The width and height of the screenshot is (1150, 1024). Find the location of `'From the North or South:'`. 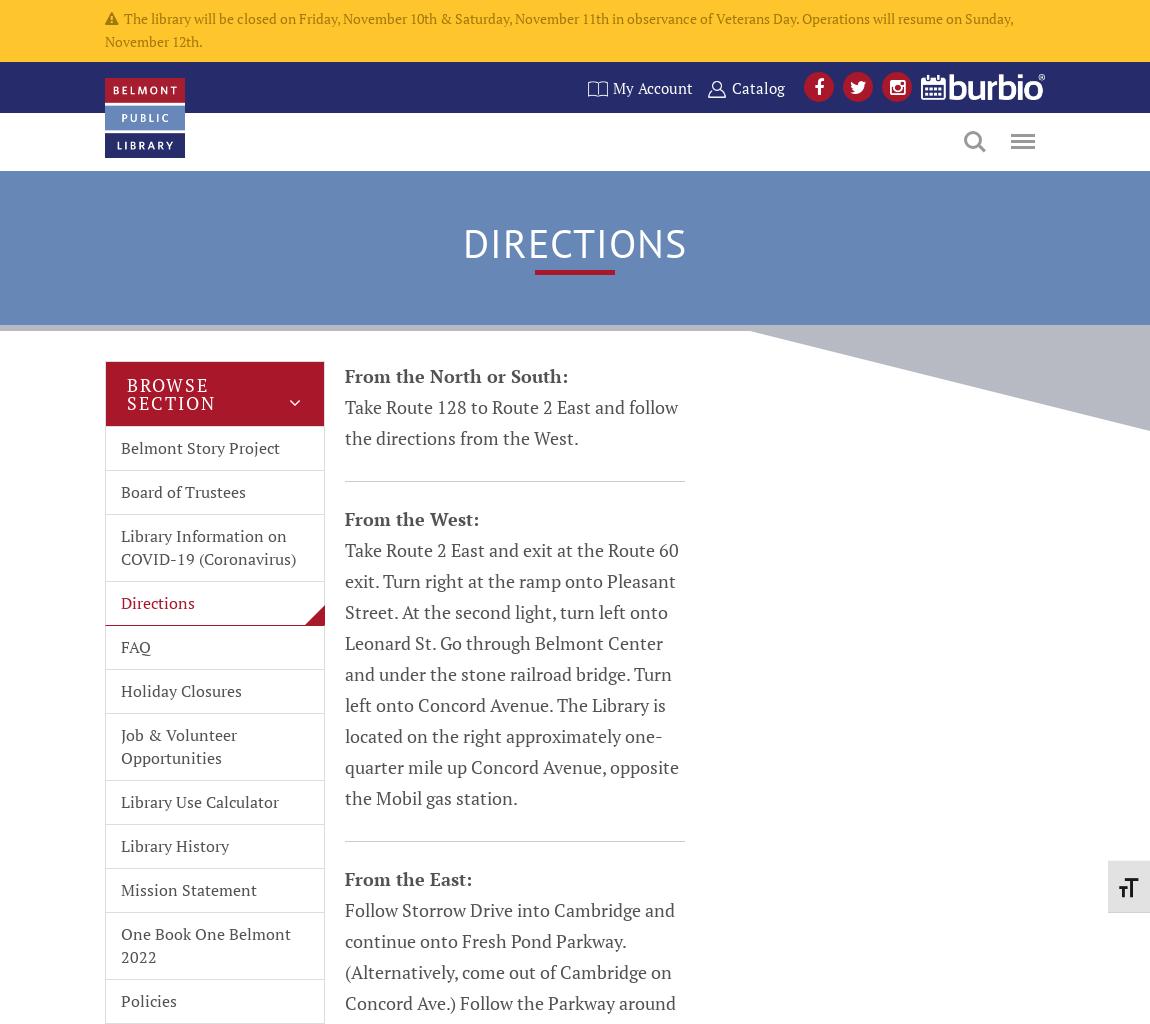

'From the North or South:' is located at coordinates (456, 374).